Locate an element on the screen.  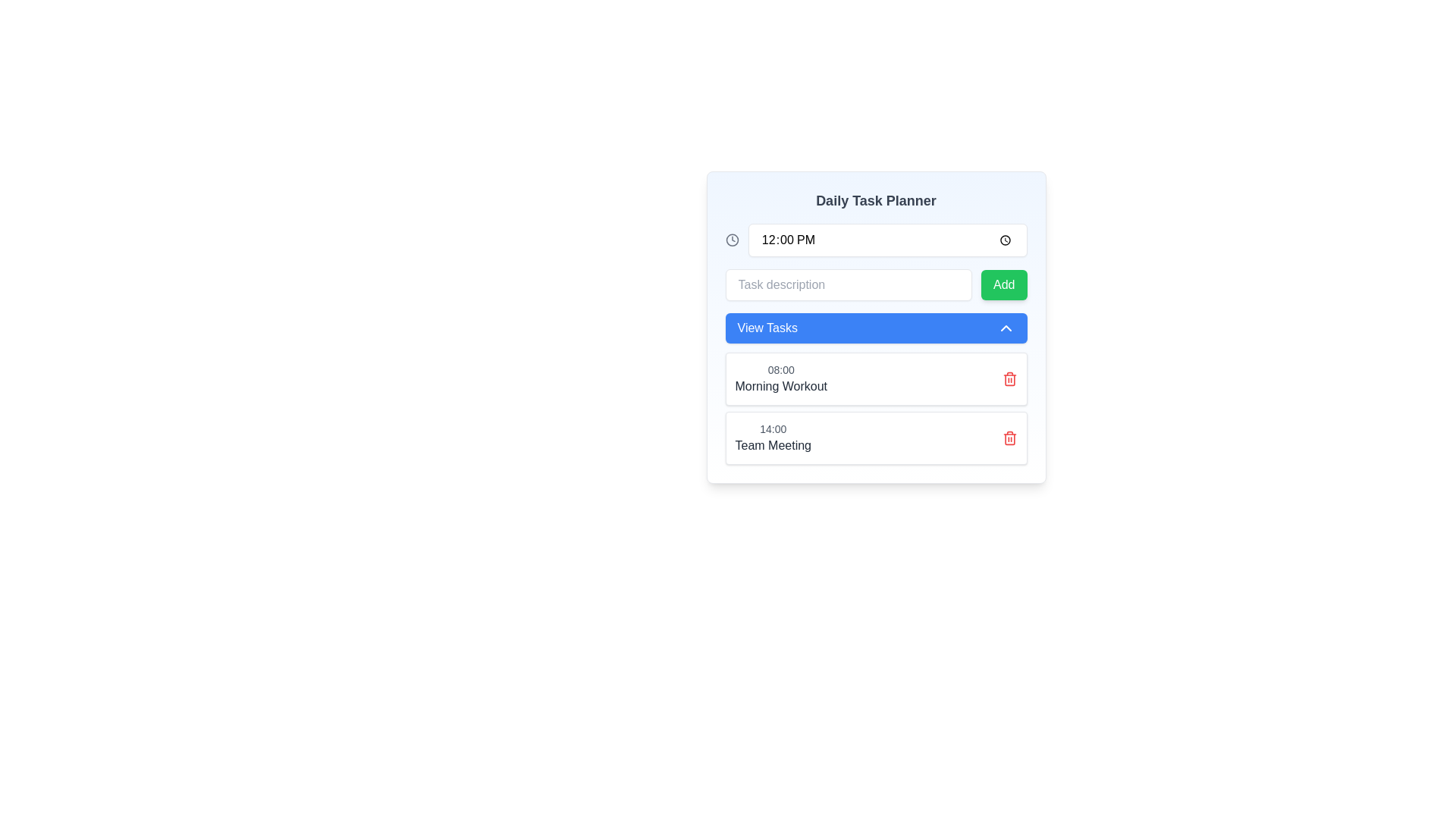
the time label indicating the scheduled time for the 'Team Meeting' task, positioned at the top-left corner of the task card is located at coordinates (773, 429).